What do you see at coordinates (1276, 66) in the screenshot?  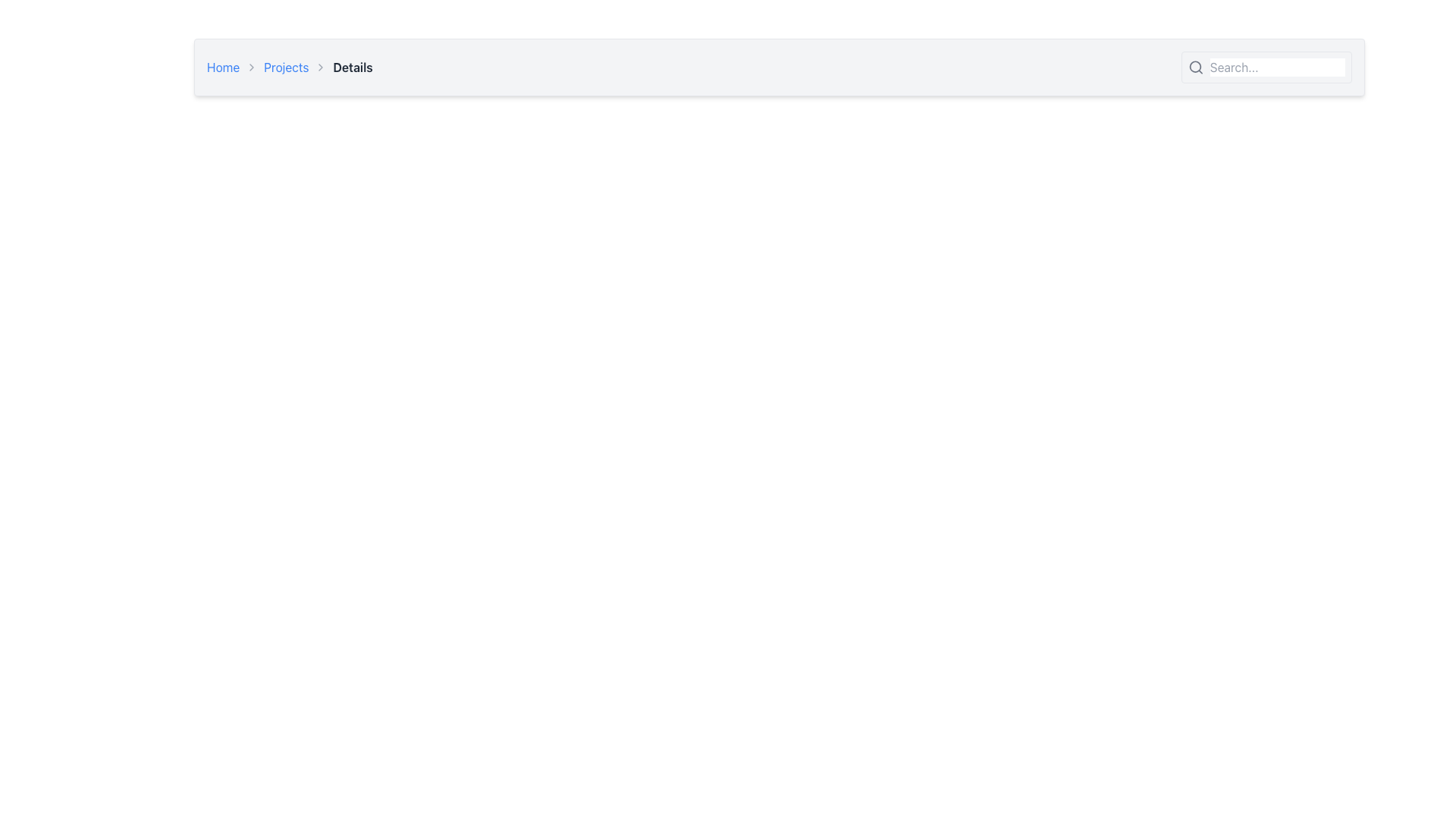 I see `the search bar located at the top-right area of the interface to focus on the input field` at bounding box center [1276, 66].